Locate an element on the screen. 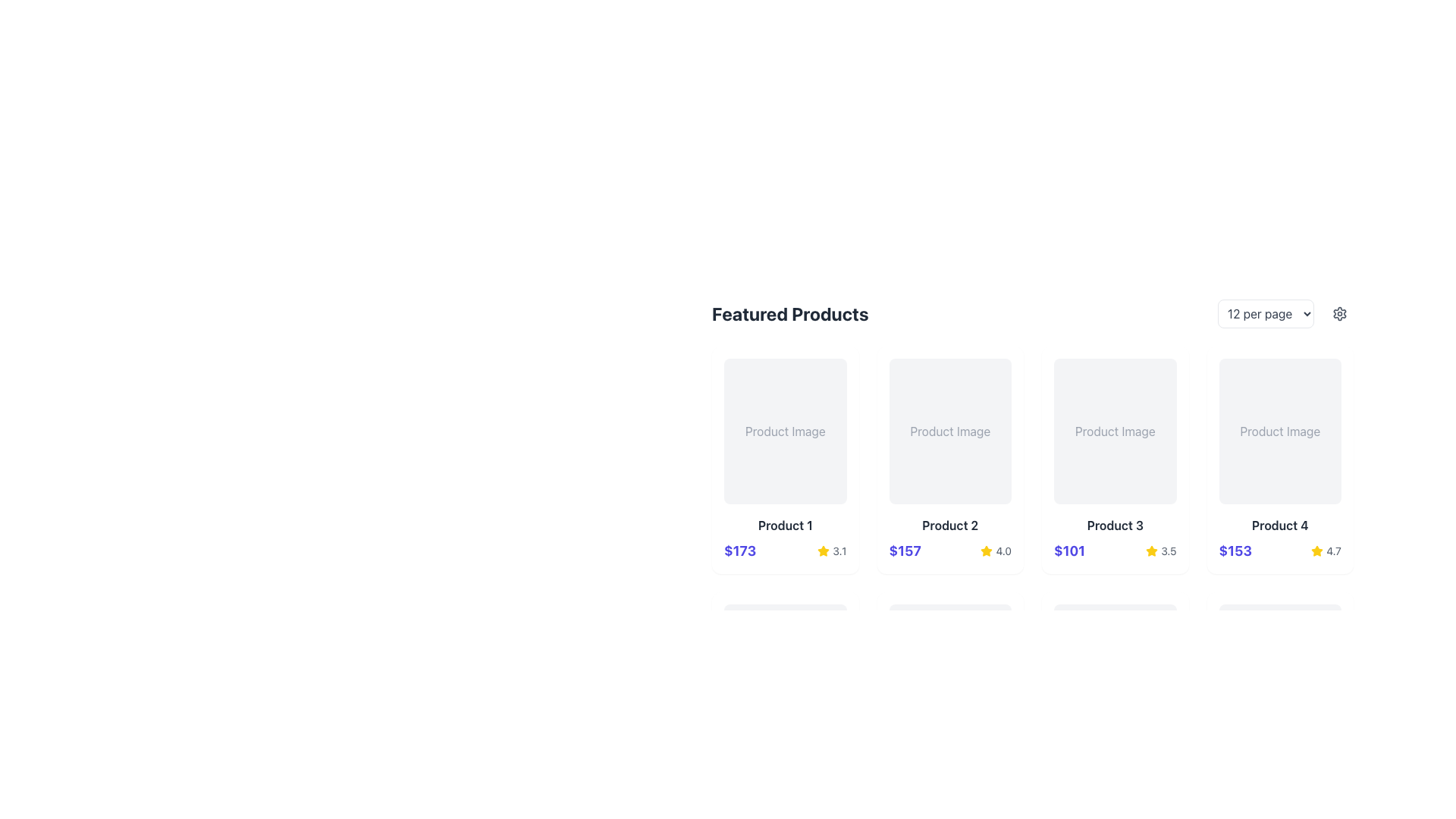  average rating text displayed for 'Product 2', which is located next to the yellow star icon in the rating display area of the 'Featured Products' section is located at coordinates (1003, 551).